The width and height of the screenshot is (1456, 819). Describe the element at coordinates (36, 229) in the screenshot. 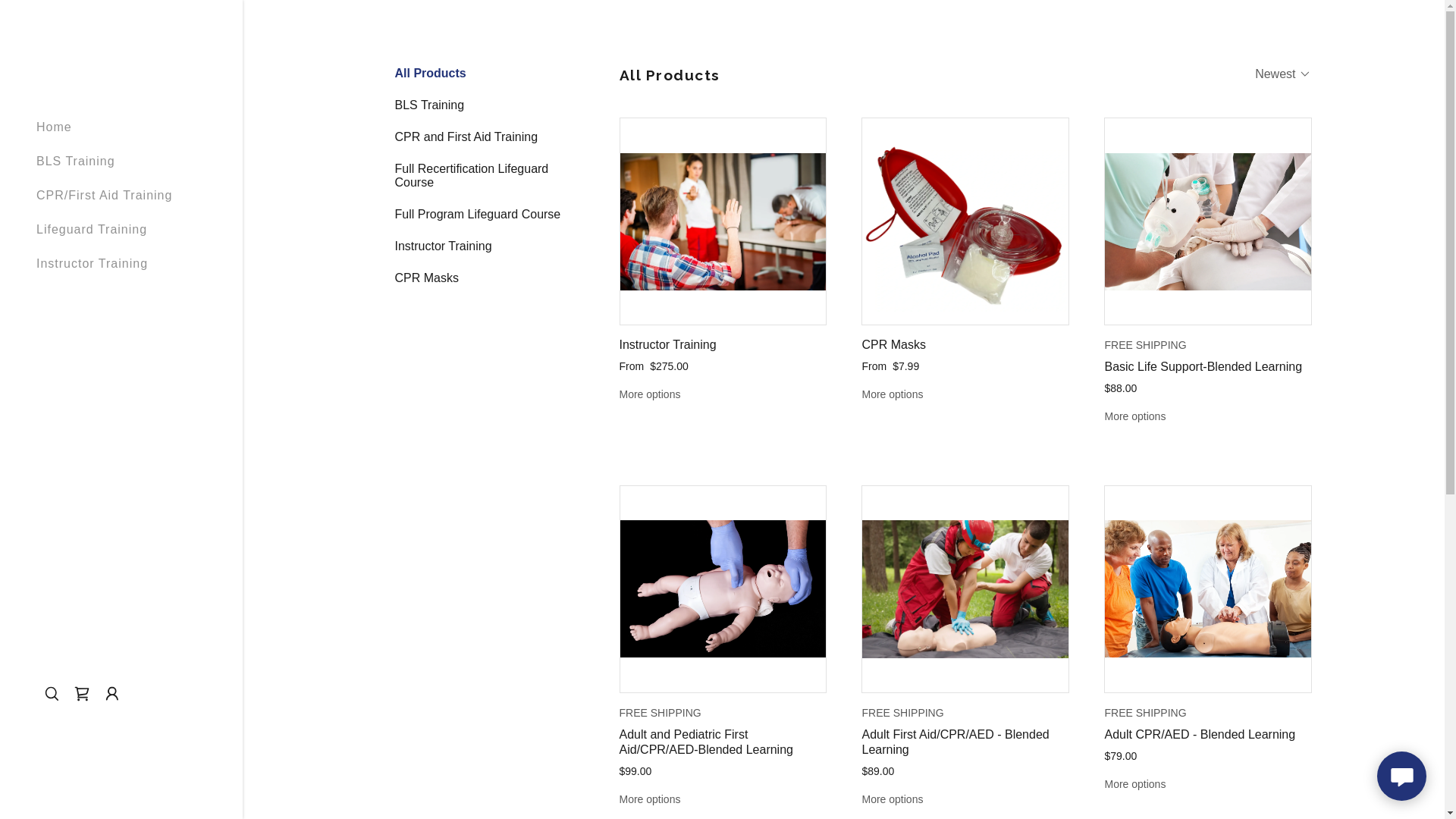

I see `'Lifeguard Training'` at that location.